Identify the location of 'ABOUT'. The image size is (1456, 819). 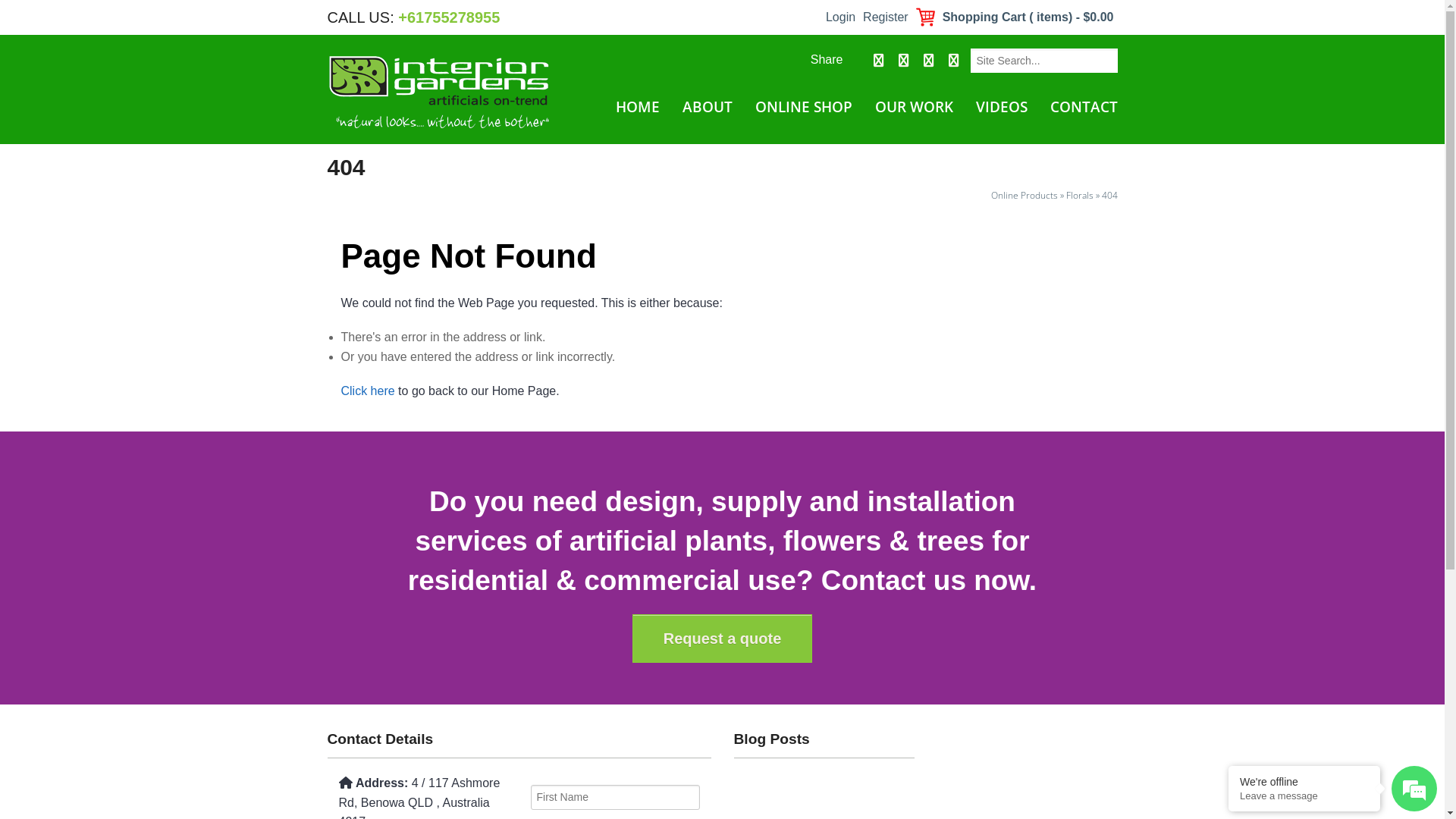
(705, 106).